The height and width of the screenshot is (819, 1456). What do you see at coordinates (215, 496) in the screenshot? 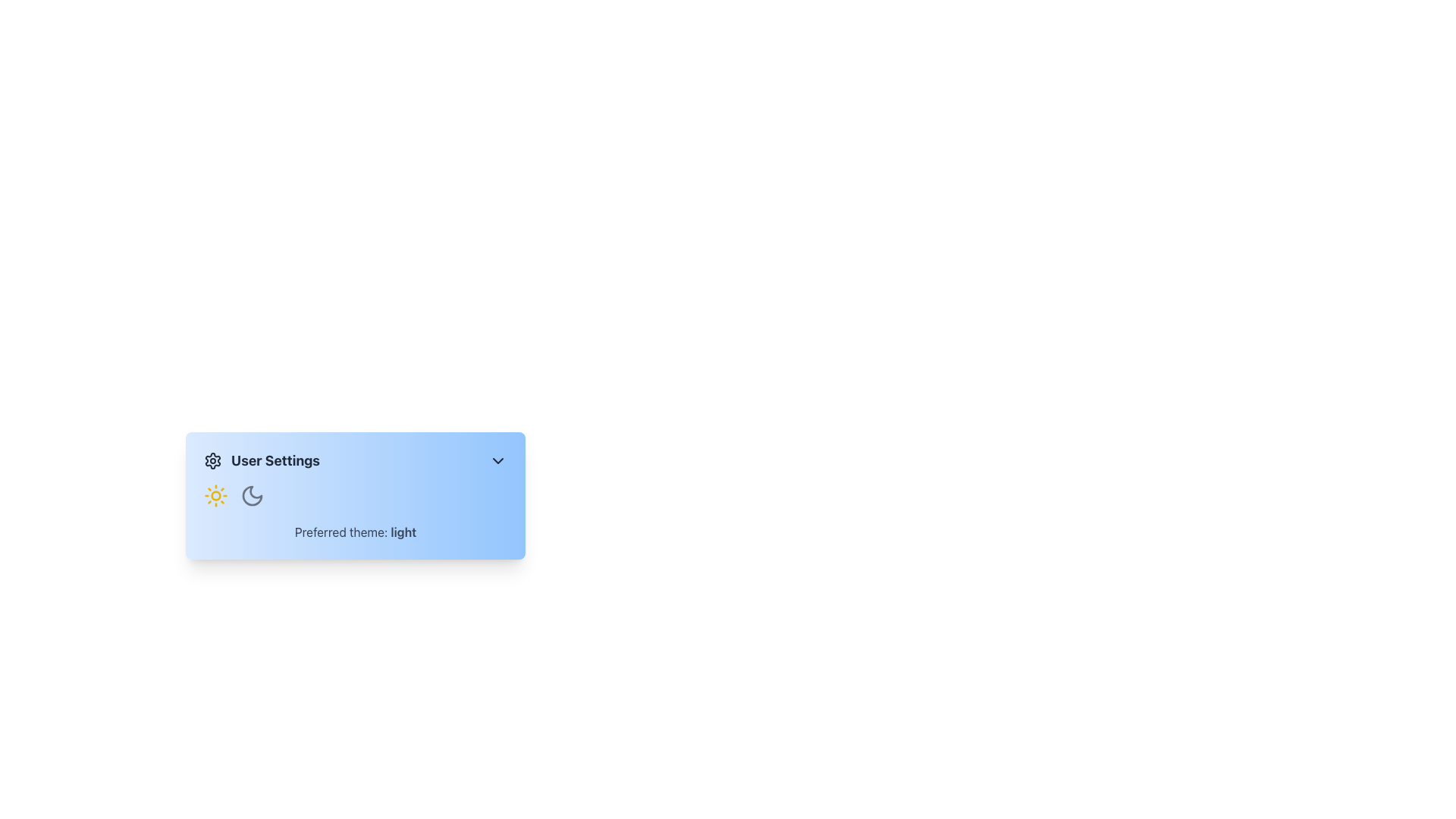
I see `the central SVG circle element of the sun icon` at bounding box center [215, 496].